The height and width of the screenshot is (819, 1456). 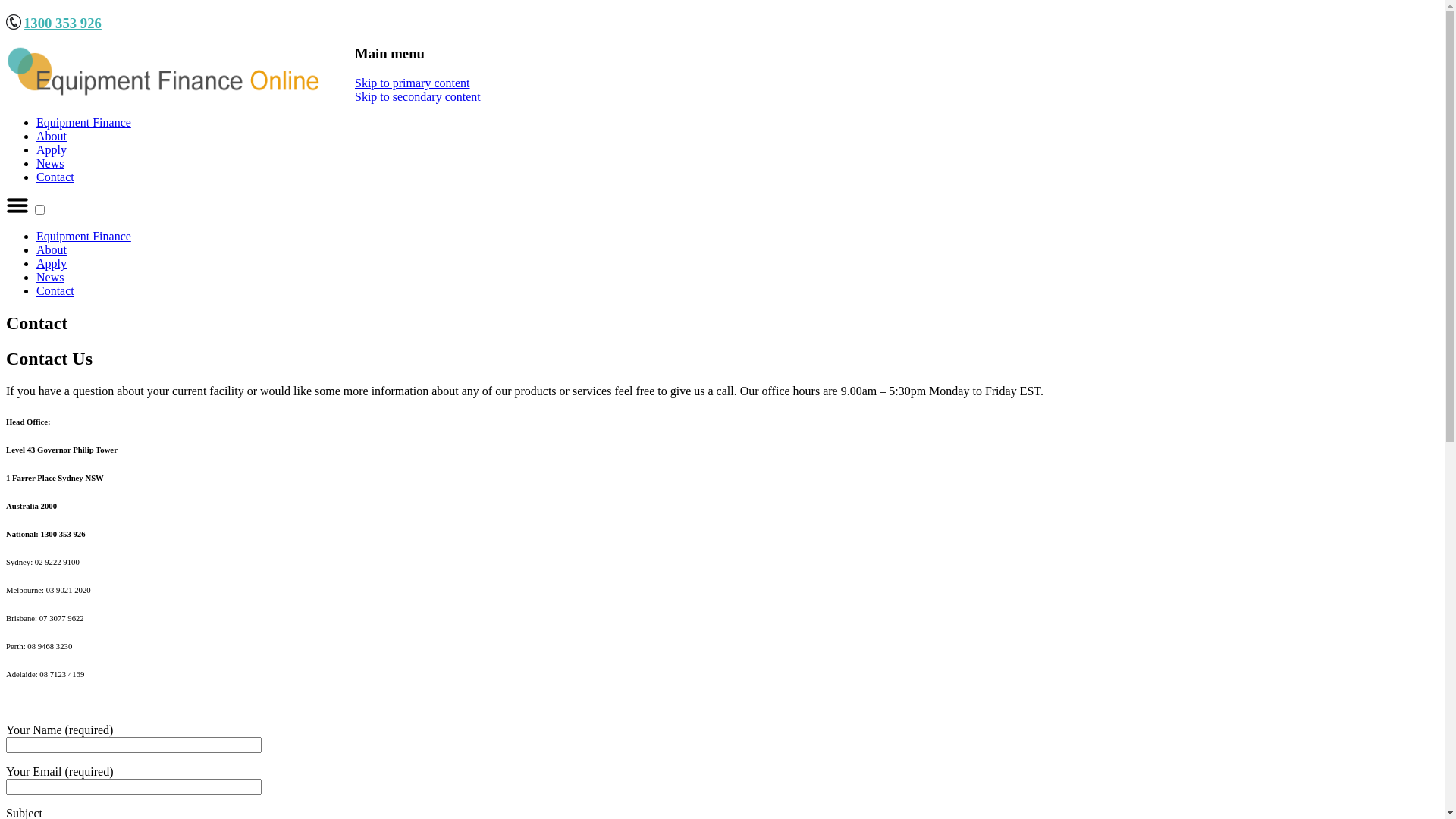 What do you see at coordinates (83, 236) in the screenshot?
I see `'Equipment Finance'` at bounding box center [83, 236].